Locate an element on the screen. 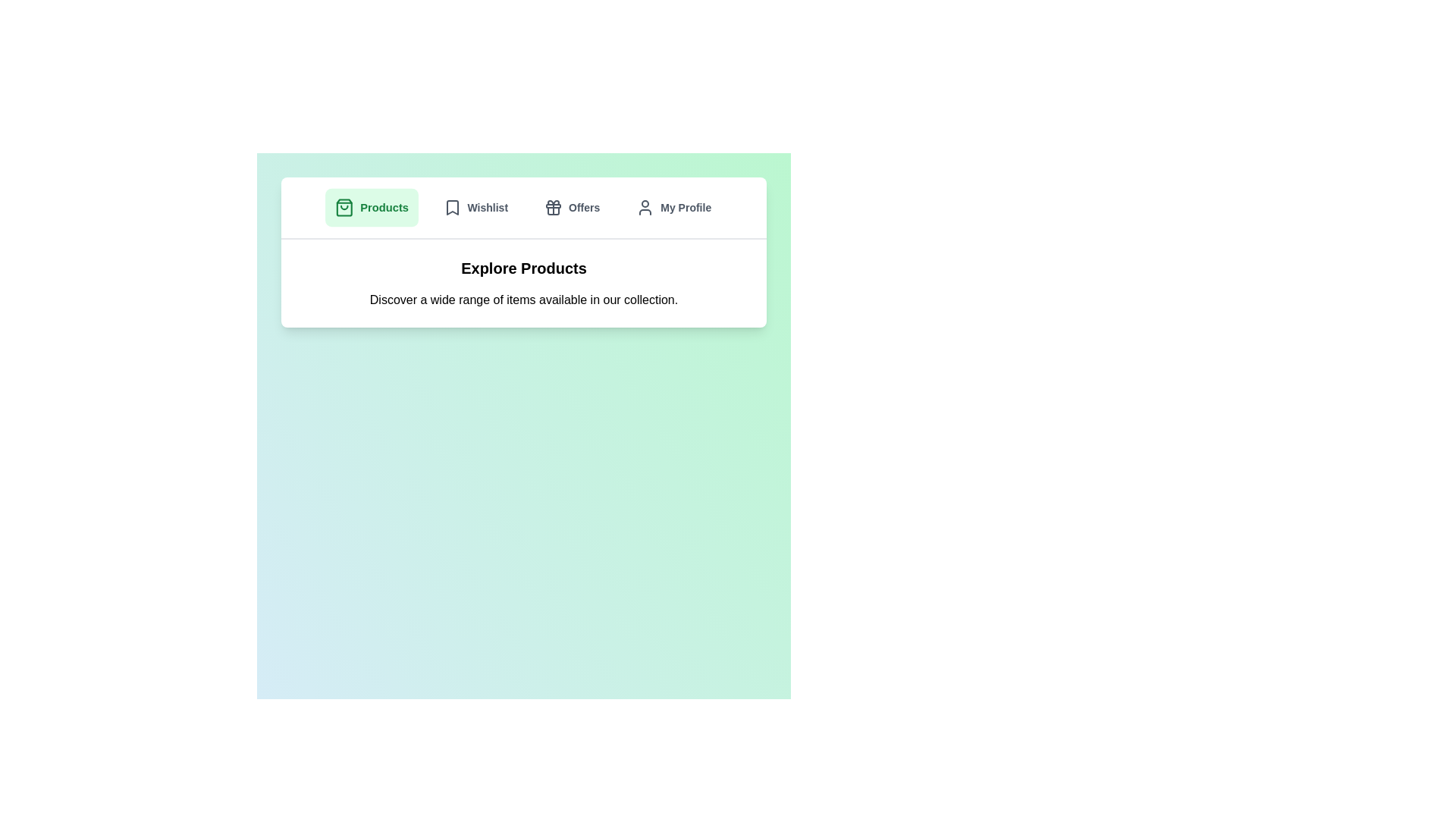 Image resolution: width=1456 pixels, height=819 pixels. the 'Offers' SVG icon located in the top navigation bar is located at coordinates (552, 207).